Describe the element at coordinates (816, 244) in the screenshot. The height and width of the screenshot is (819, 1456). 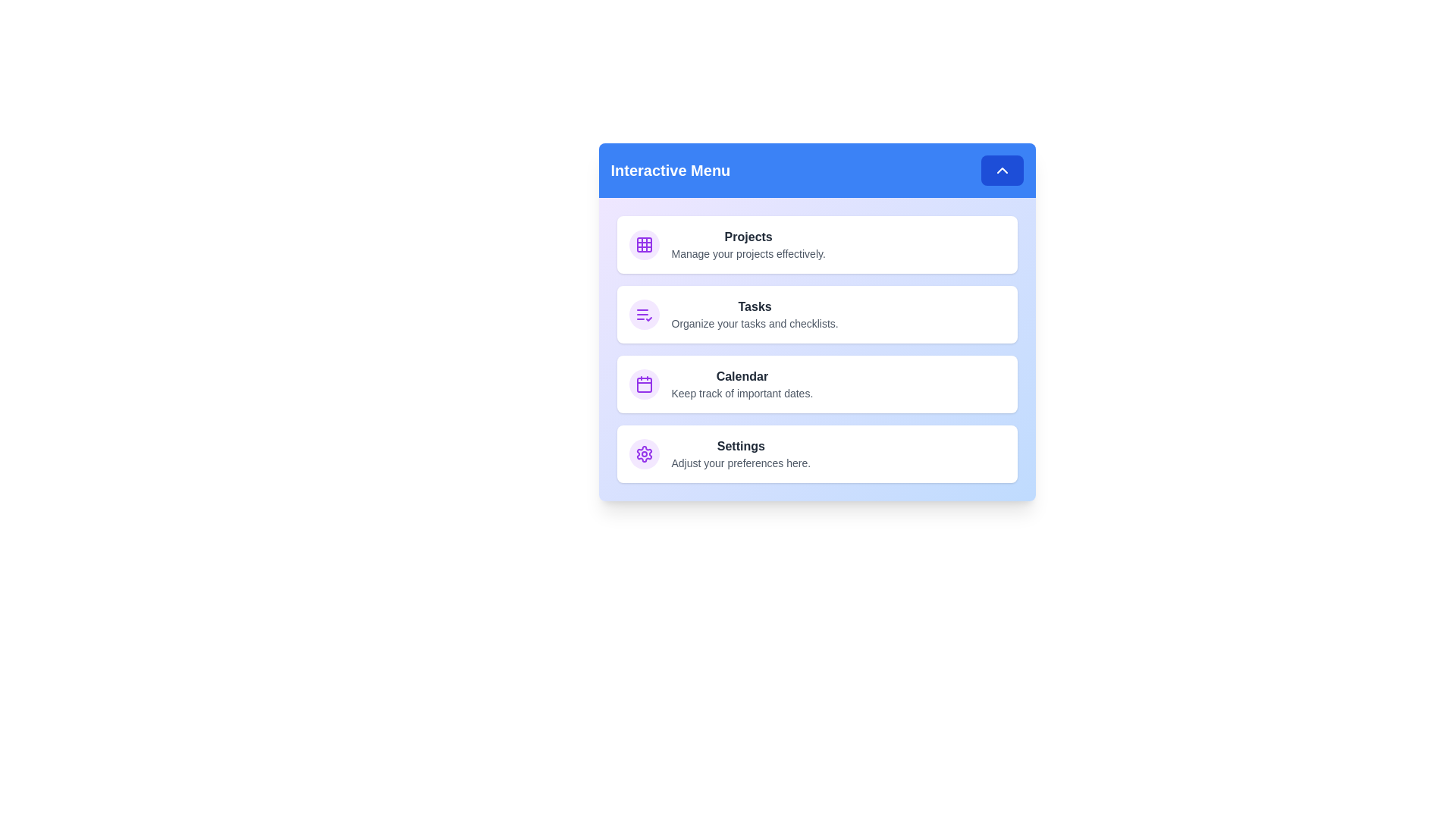
I see `the menu item corresponding to Projects` at that location.